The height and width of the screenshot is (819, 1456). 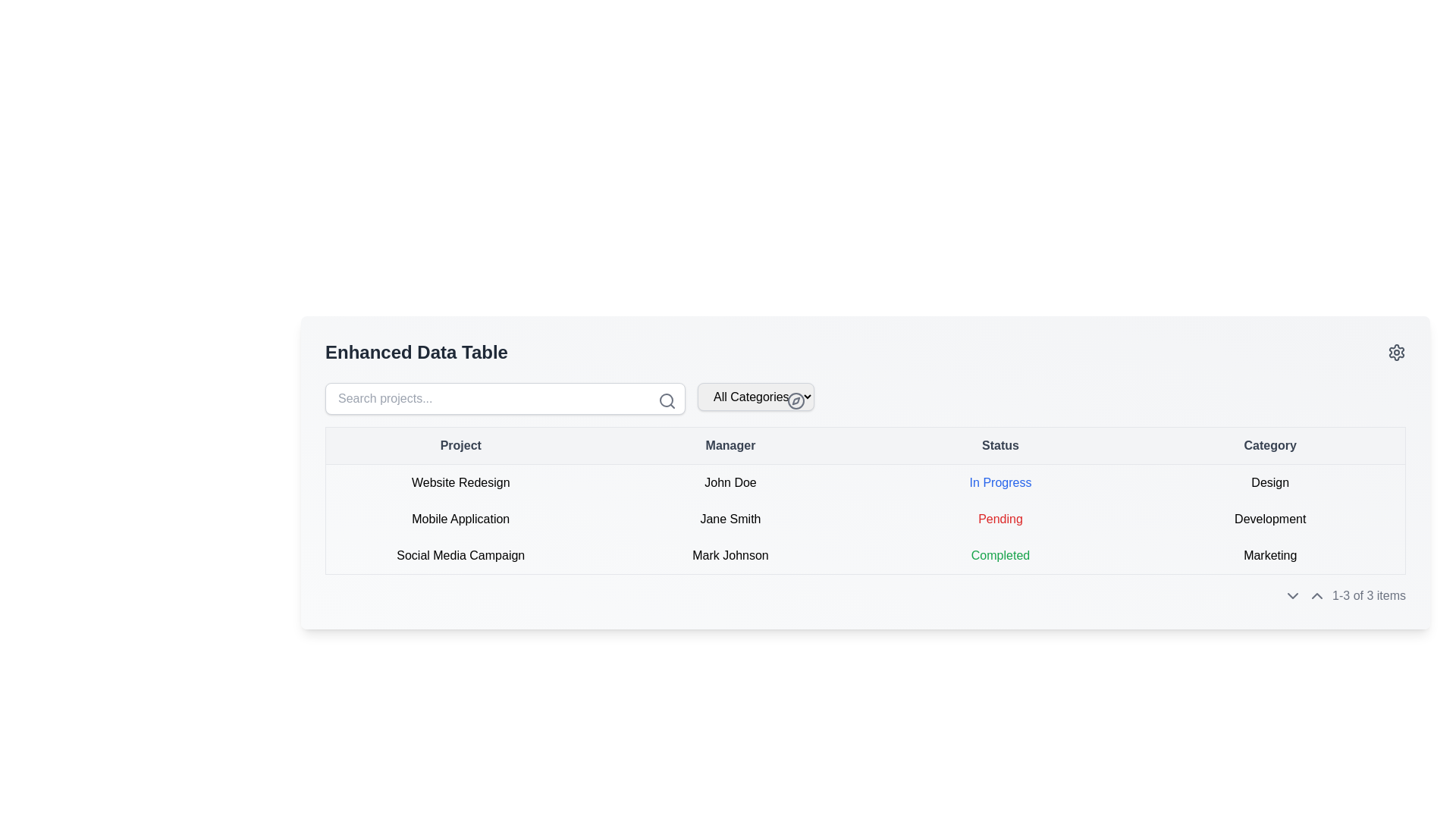 I want to click on the 'Manager' text label, which is the second column header in the data table, styled with a light gray background and medium gray text, so click(x=730, y=444).